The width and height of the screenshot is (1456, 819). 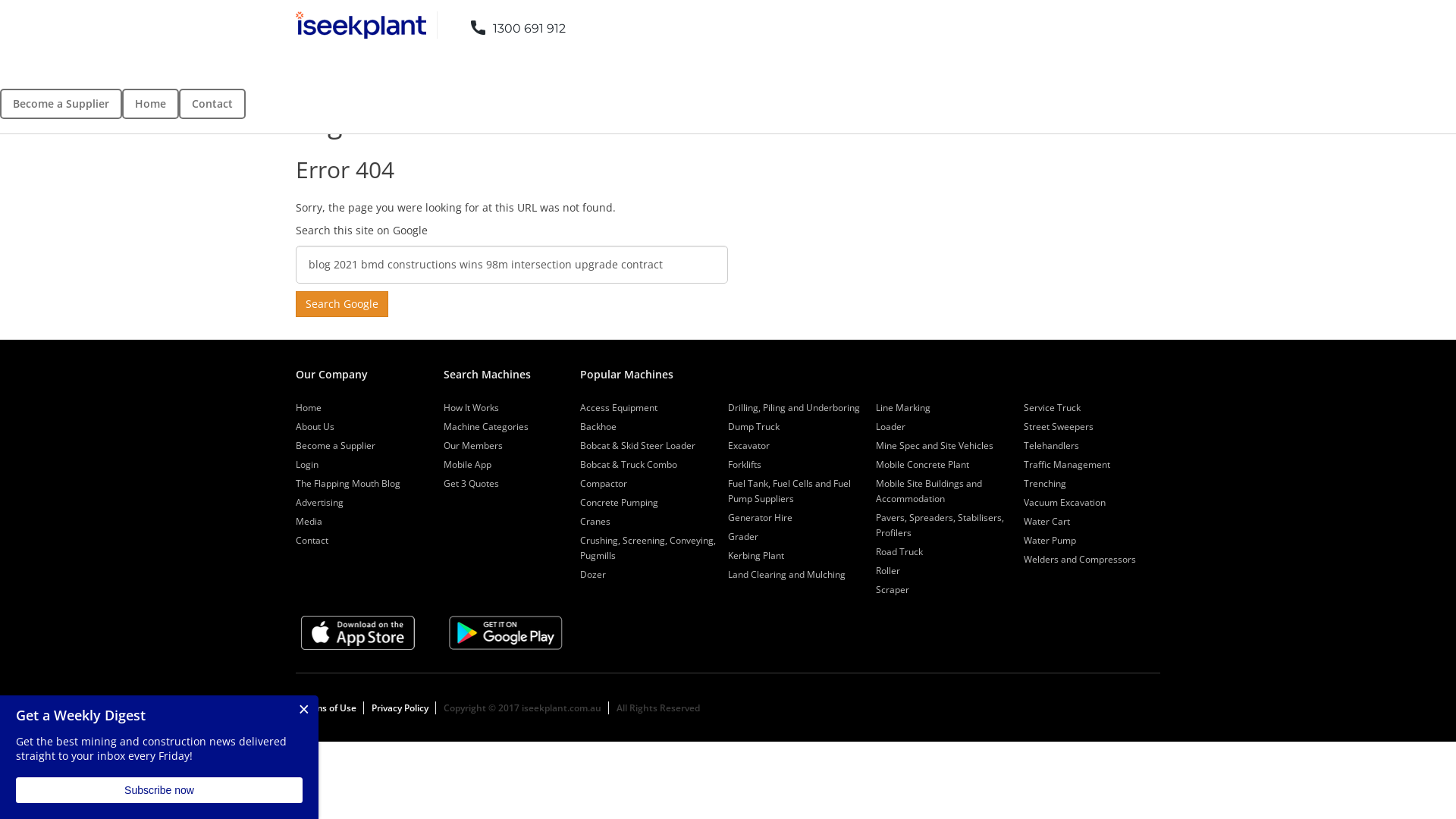 I want to click on 'Mobile Concrete Plant', so click(x=921, y=463).